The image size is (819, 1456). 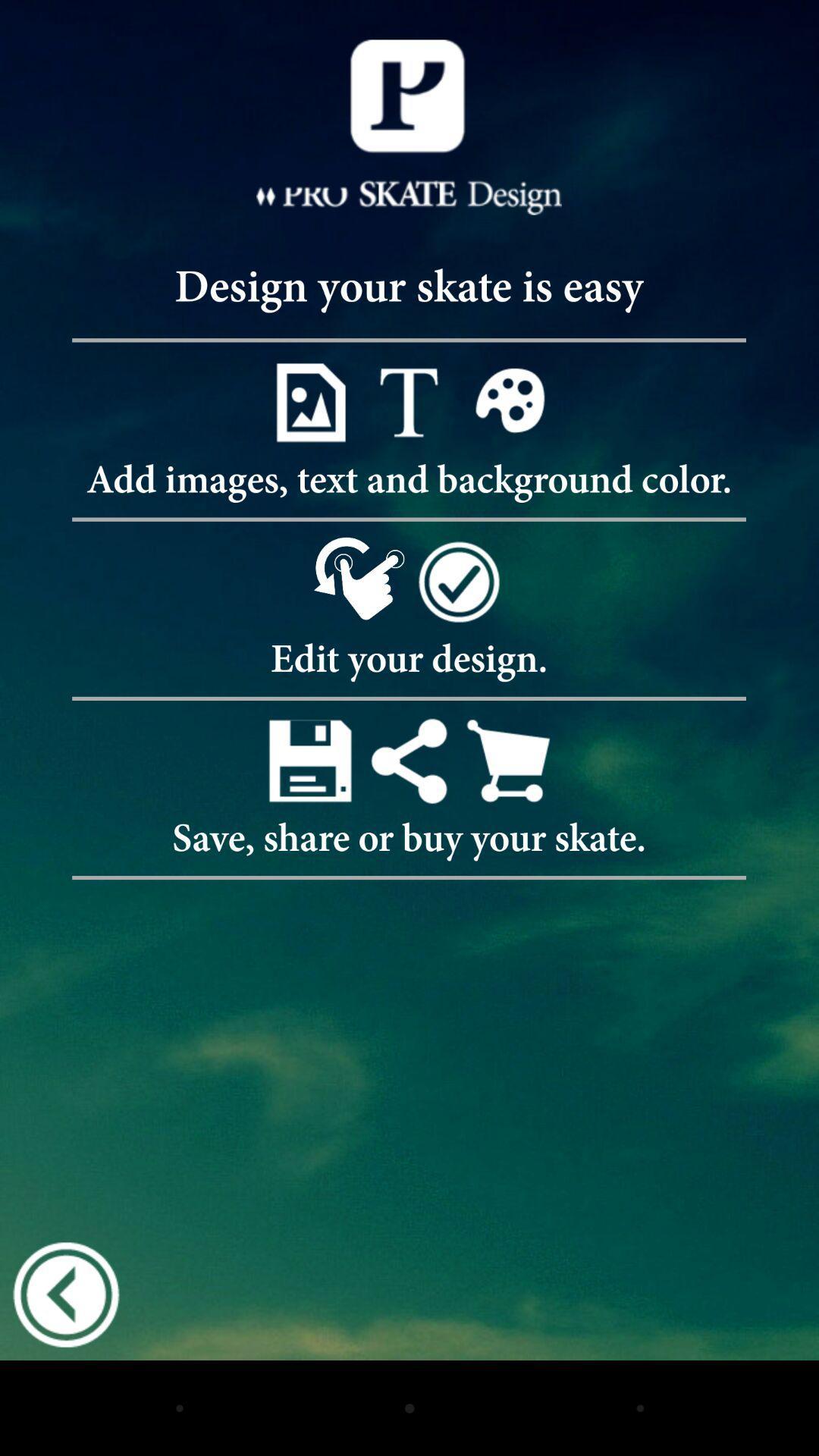 What do you see at coordinates (508, 402) in the screenshot?
I see `change background color` at bounding box center [508, 402].